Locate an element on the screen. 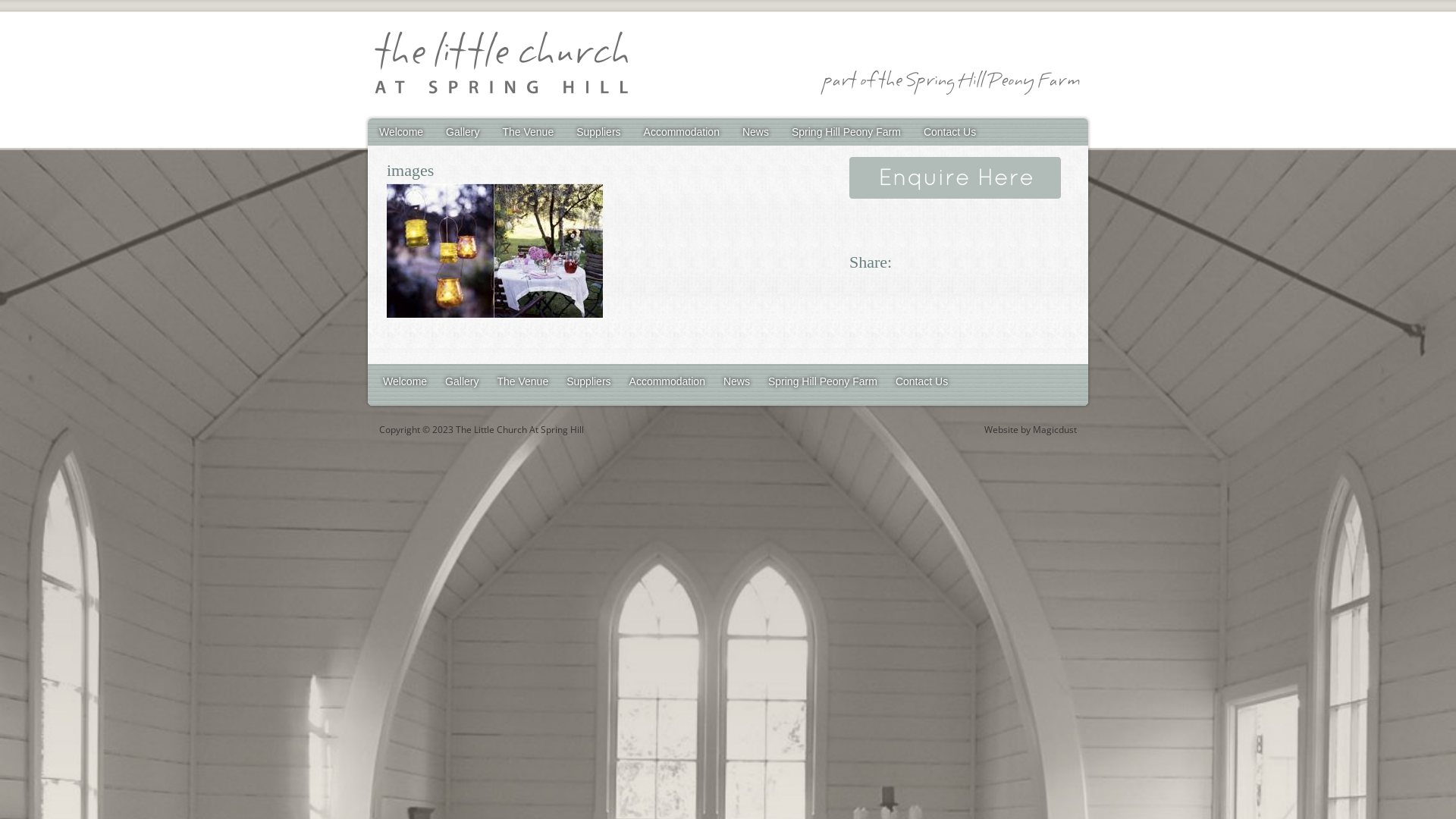 The image size is (1456, 819). 'The Venue' is located at coordinates (491, 130).